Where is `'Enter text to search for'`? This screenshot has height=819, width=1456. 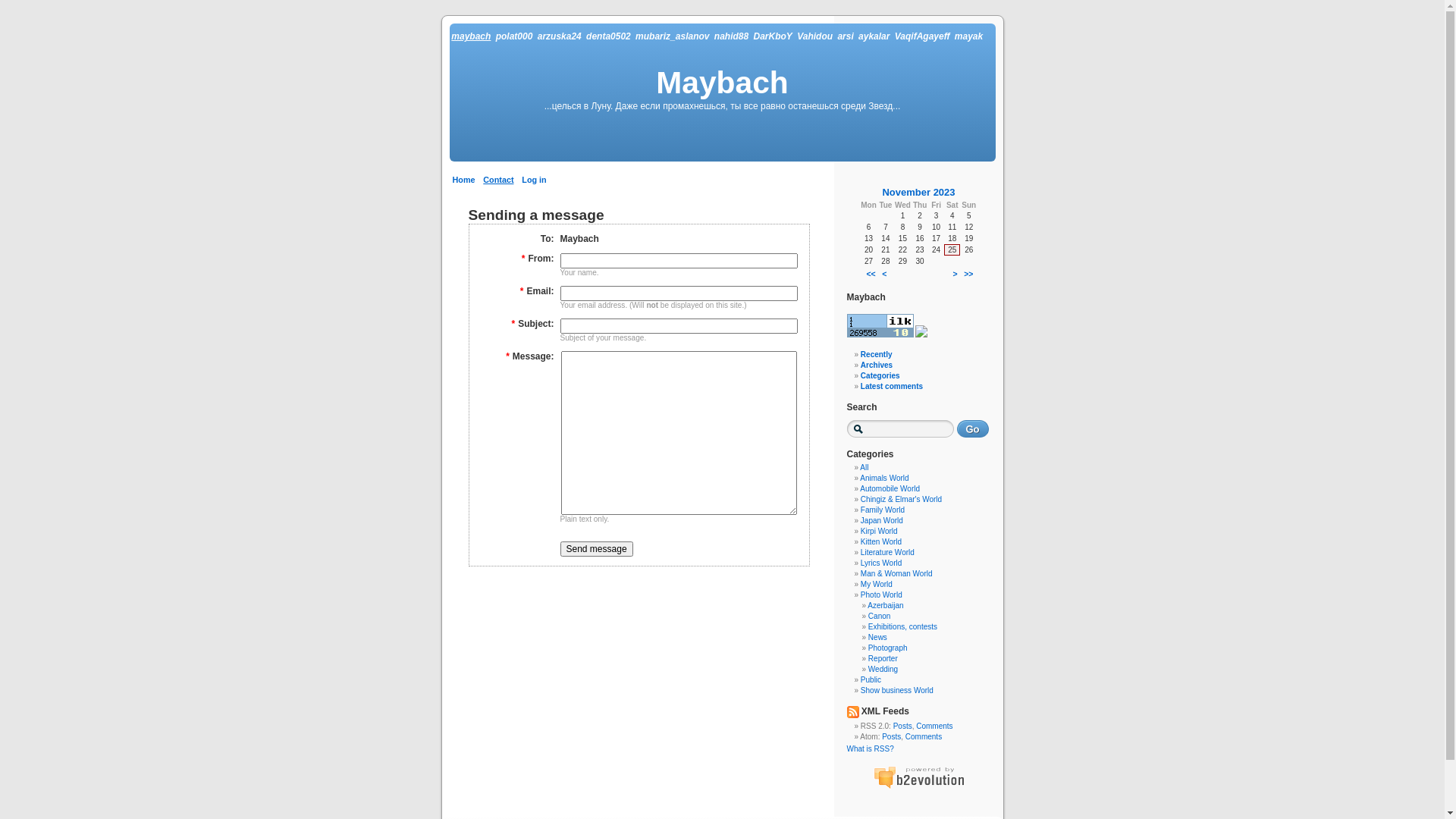 'Enter text to search for' is located at coordinates (846, 428).